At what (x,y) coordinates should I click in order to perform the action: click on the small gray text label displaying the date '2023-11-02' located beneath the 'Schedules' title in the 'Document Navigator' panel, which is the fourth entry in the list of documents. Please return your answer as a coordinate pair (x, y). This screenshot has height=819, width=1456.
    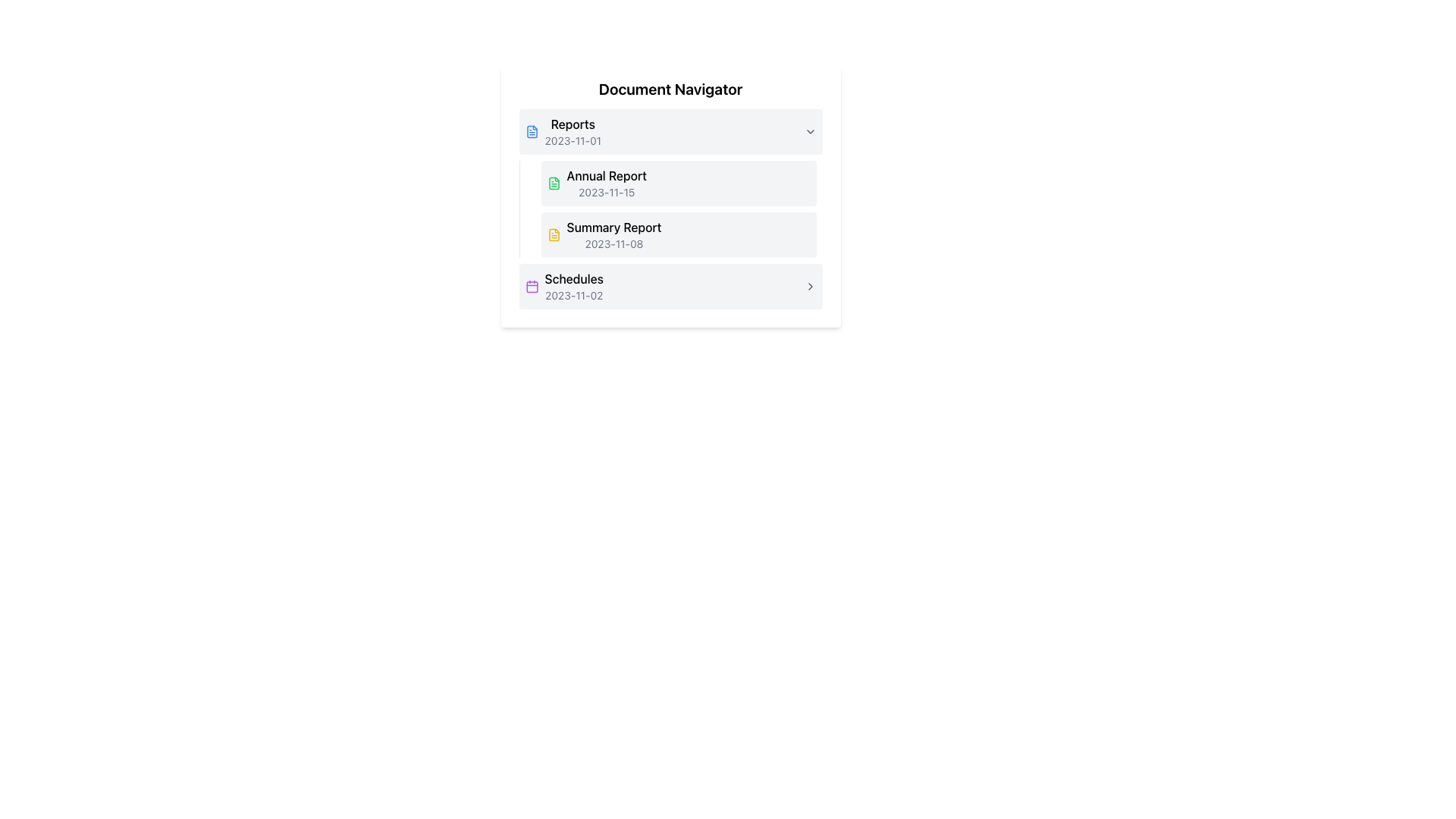
    Looking at the image, I should click on (573, 295).